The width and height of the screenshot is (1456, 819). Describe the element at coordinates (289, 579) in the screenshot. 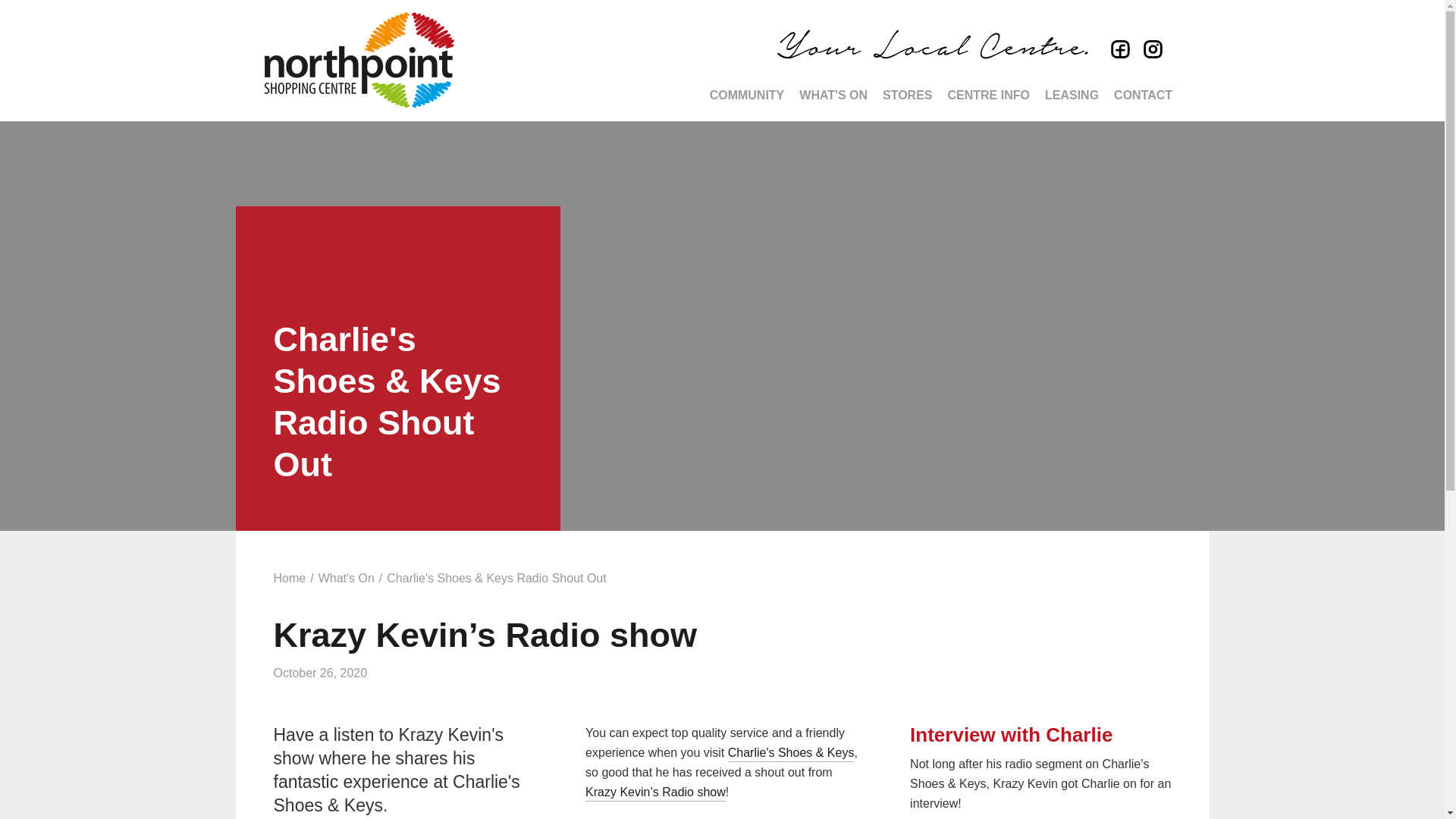

I see `'Home'` at that location.